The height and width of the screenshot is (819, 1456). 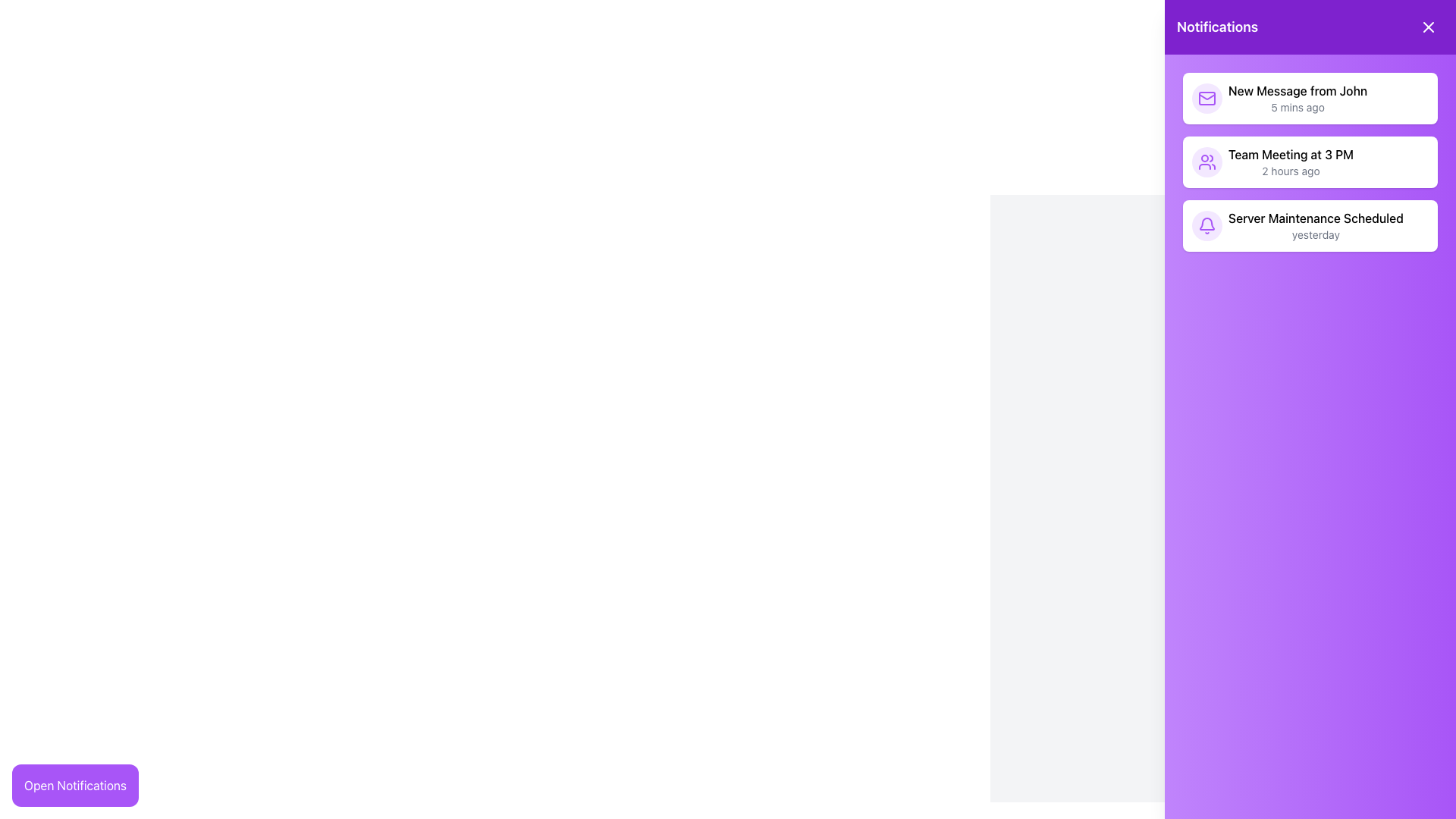 I want to click on the purple SVG icon of two stylized human figures located in the second notification entry under the 'Notifications' sidebar, adjacent to the text 'Team Meeting at 3 PM', so click(x=1207, y=162).